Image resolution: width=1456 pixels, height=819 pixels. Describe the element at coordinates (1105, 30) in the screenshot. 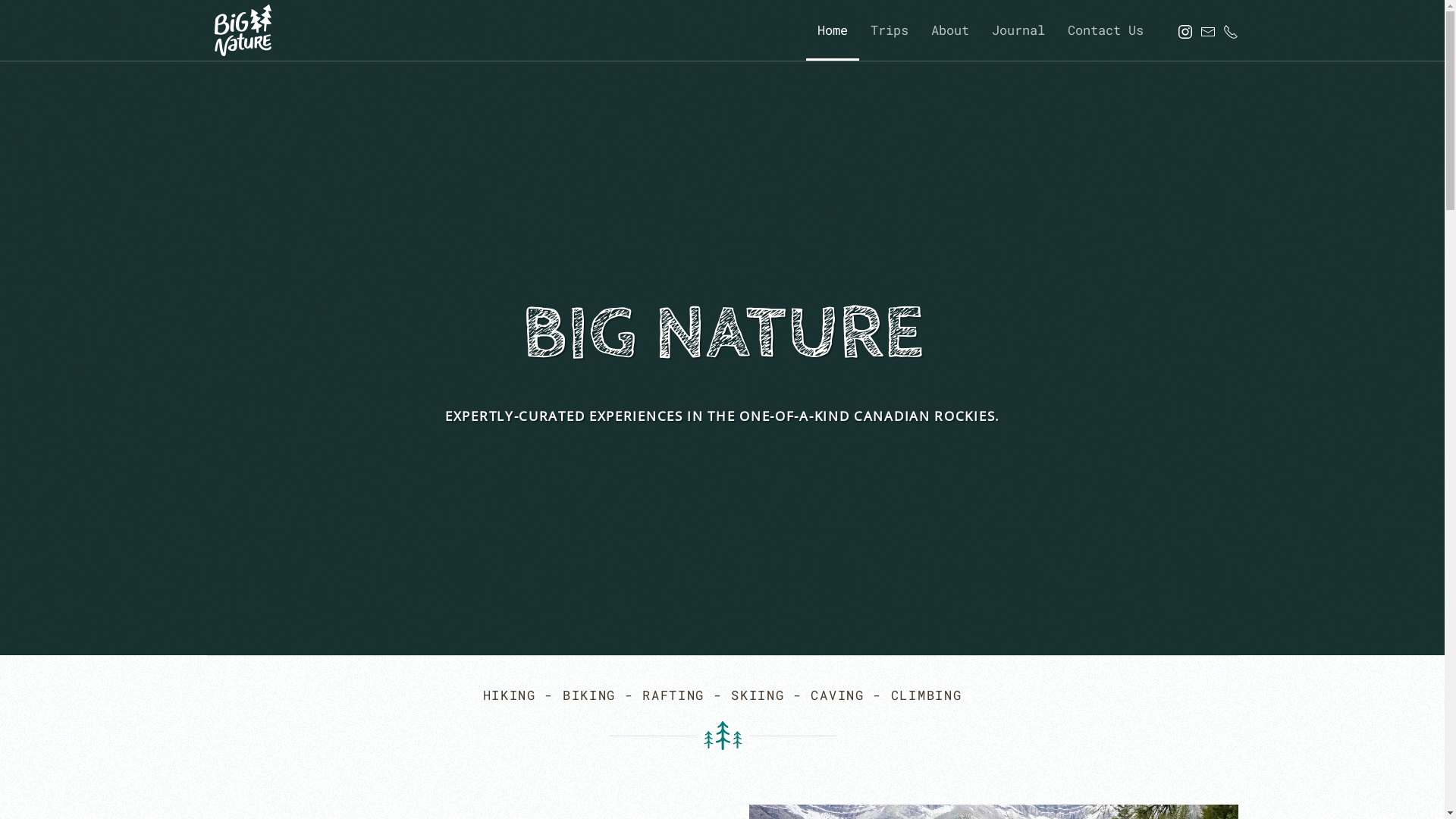

I see `'Contact Us'` at that location.